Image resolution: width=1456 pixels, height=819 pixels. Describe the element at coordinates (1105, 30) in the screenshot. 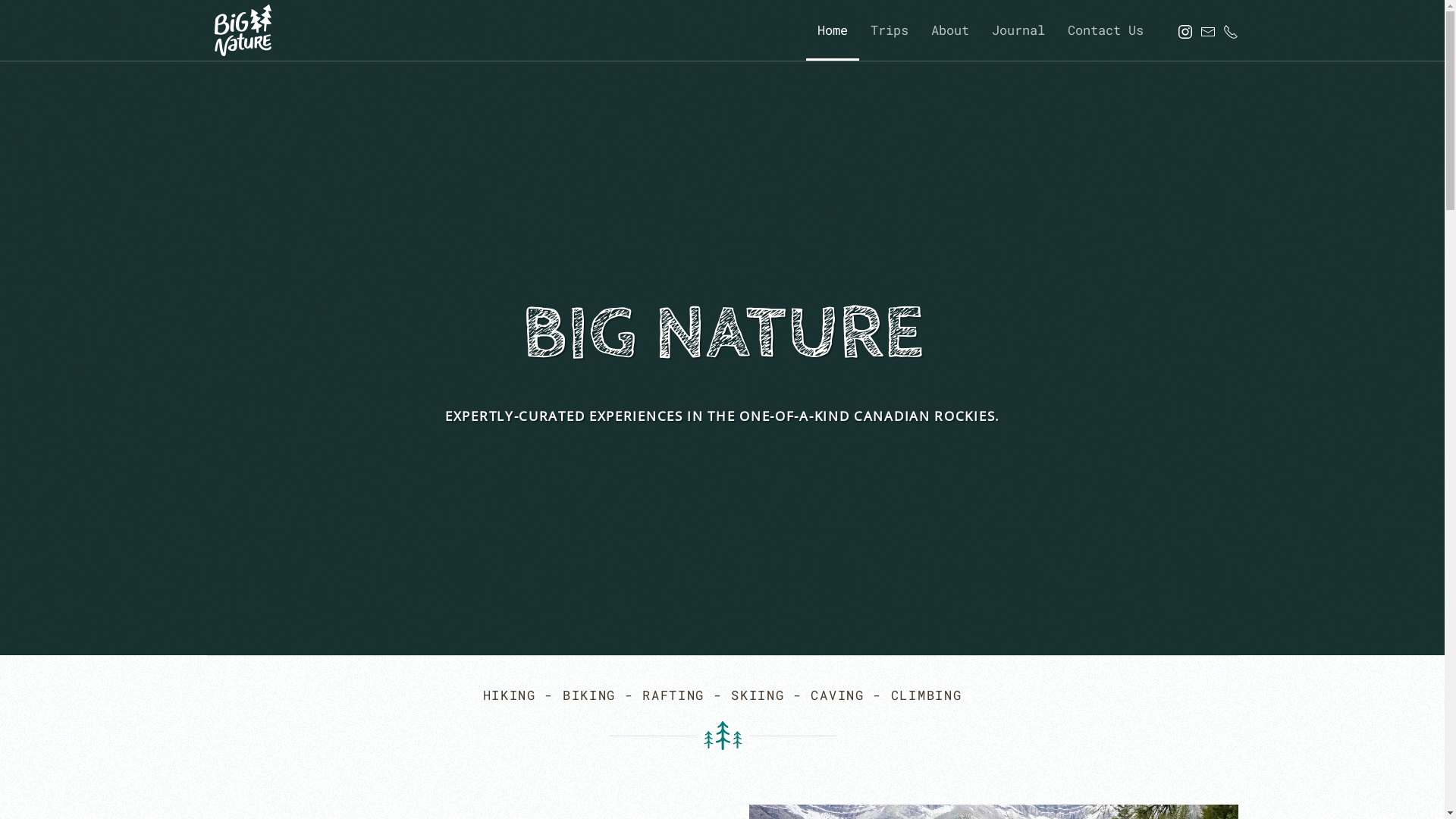

I see `'Contact Us'` at that location.